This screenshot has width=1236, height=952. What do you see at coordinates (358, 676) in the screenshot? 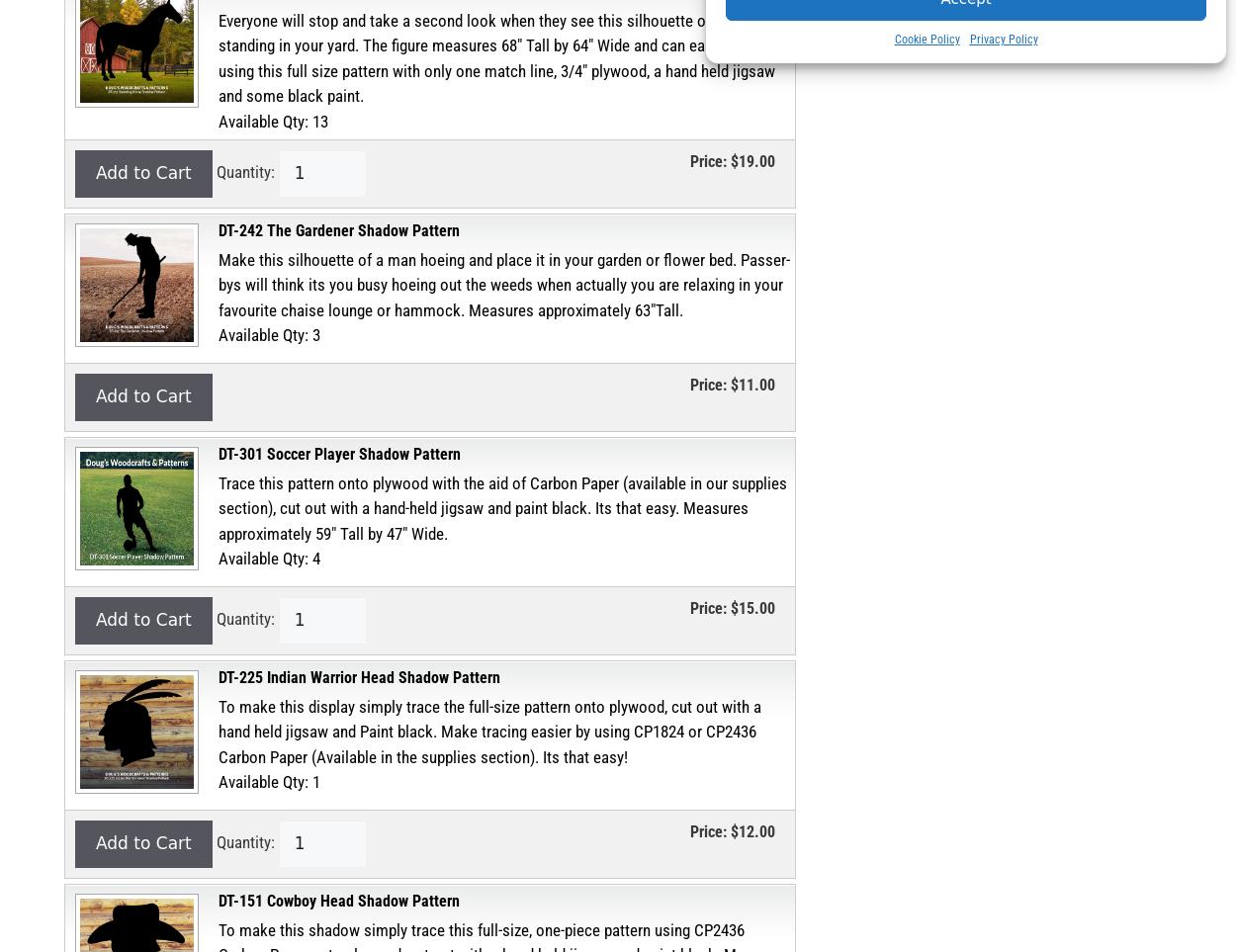
I see `'DT-225 Indian Warrior Head Shadow Pattern'` at bounding box center [358, 676].